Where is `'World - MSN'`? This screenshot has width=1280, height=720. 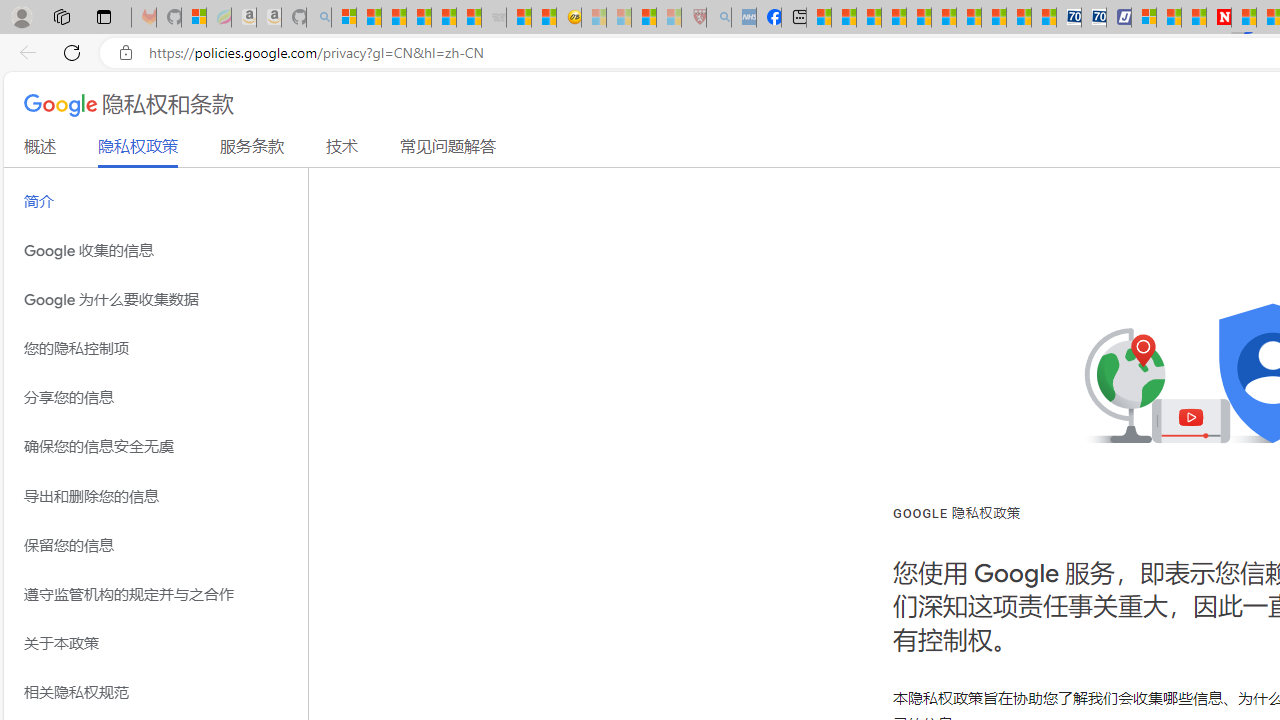
'World - MSN' is located at coordinates (868, 17).